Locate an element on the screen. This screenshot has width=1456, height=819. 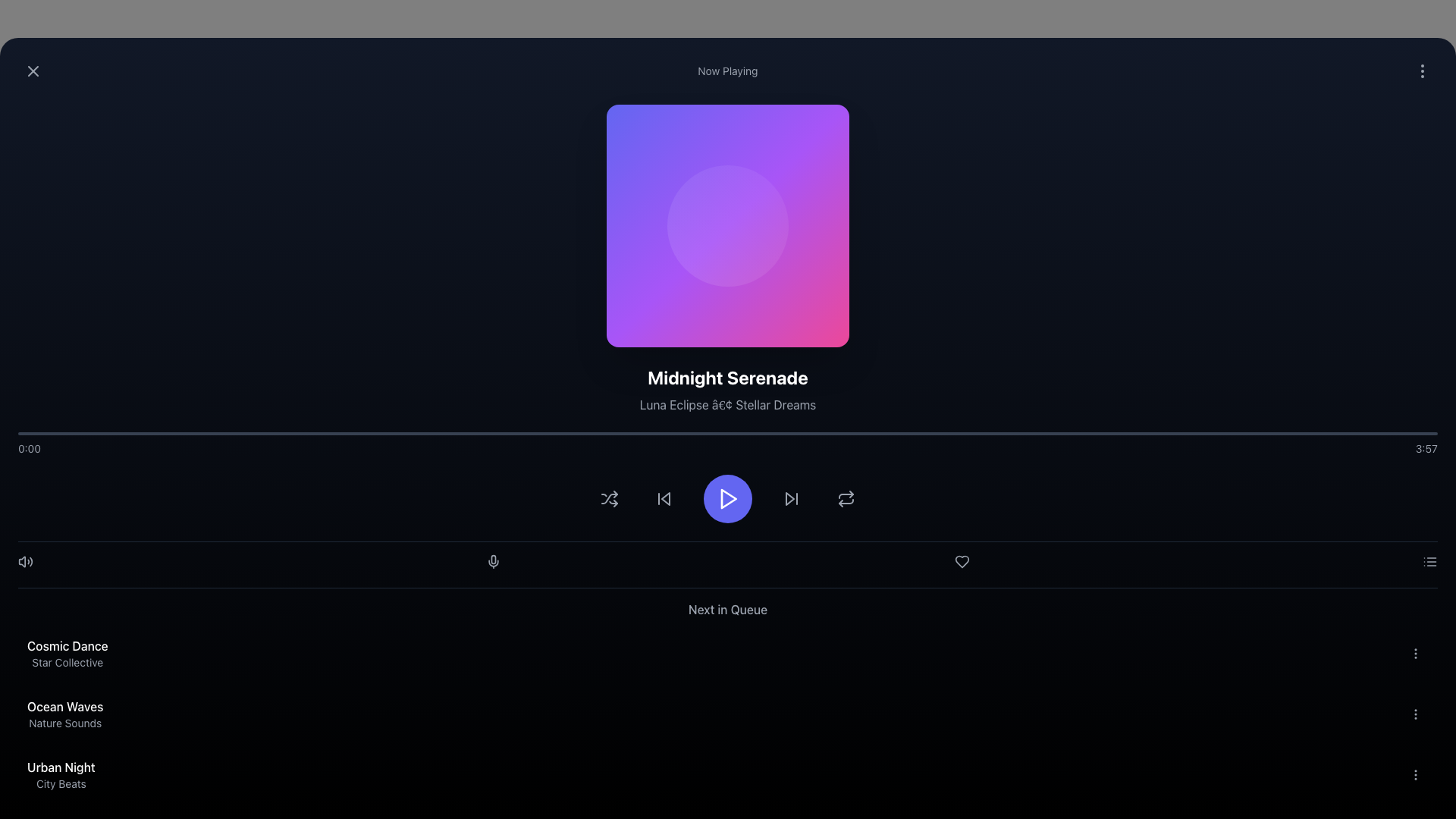
the text label displaying 'Midnight Serenade', which is prominently positioned under a centered image and above another text label is located at coordinates (728, 376).